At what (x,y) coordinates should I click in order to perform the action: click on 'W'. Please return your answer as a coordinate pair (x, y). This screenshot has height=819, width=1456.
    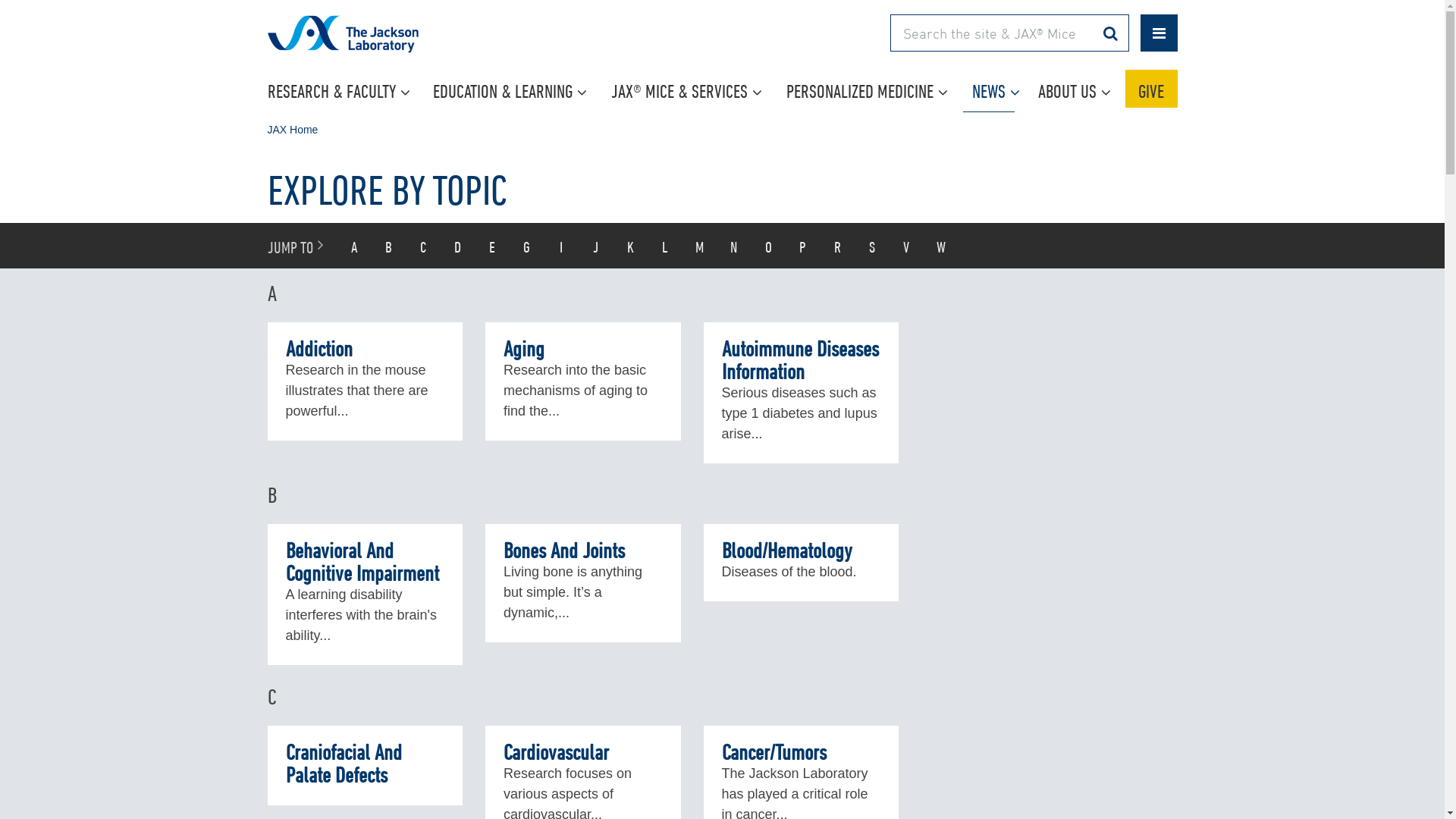
    Looking at the image, I should click on (940, 245).